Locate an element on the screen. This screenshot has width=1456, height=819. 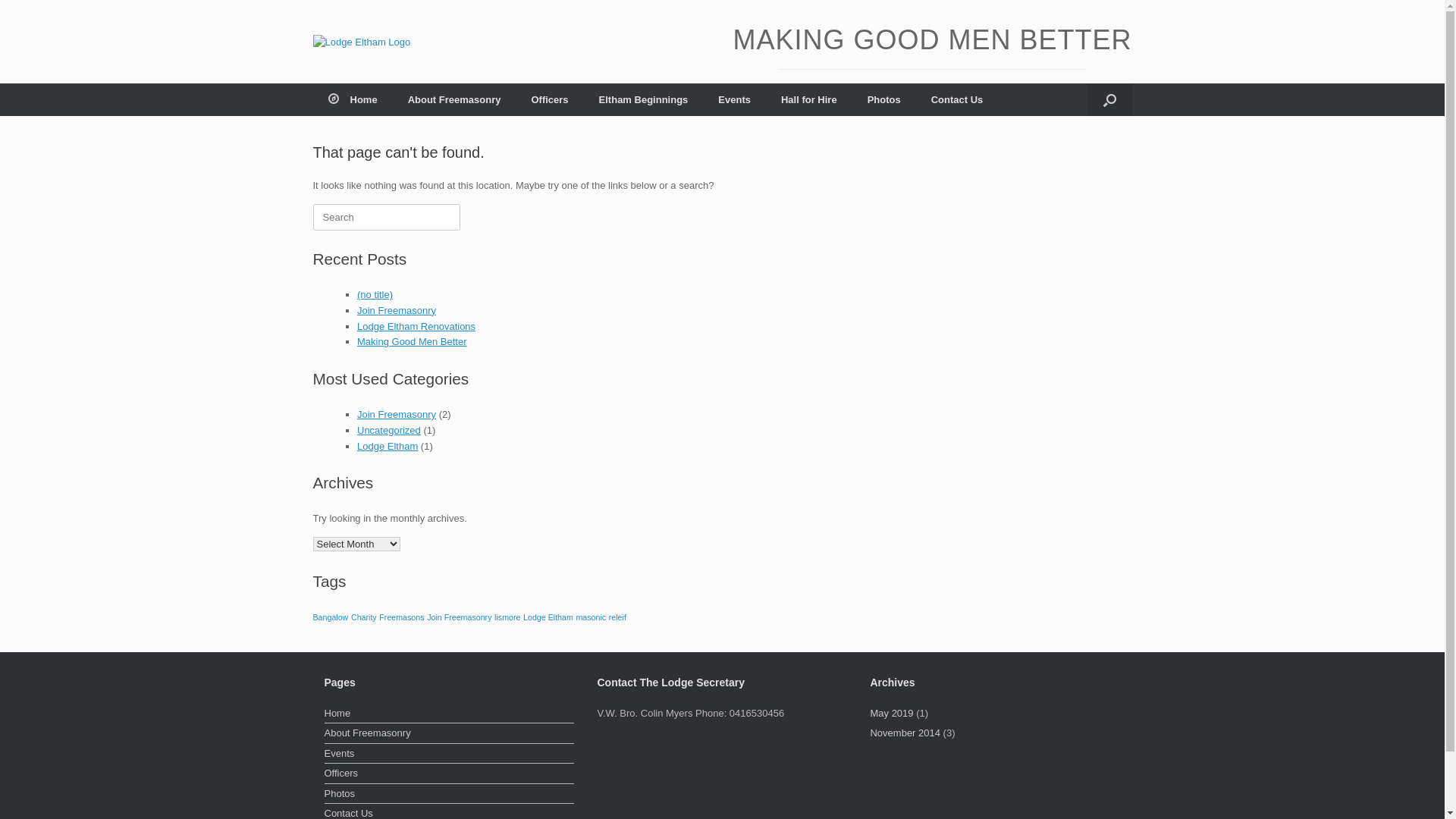
'Skip to content' is located at coordinates (0, 0).